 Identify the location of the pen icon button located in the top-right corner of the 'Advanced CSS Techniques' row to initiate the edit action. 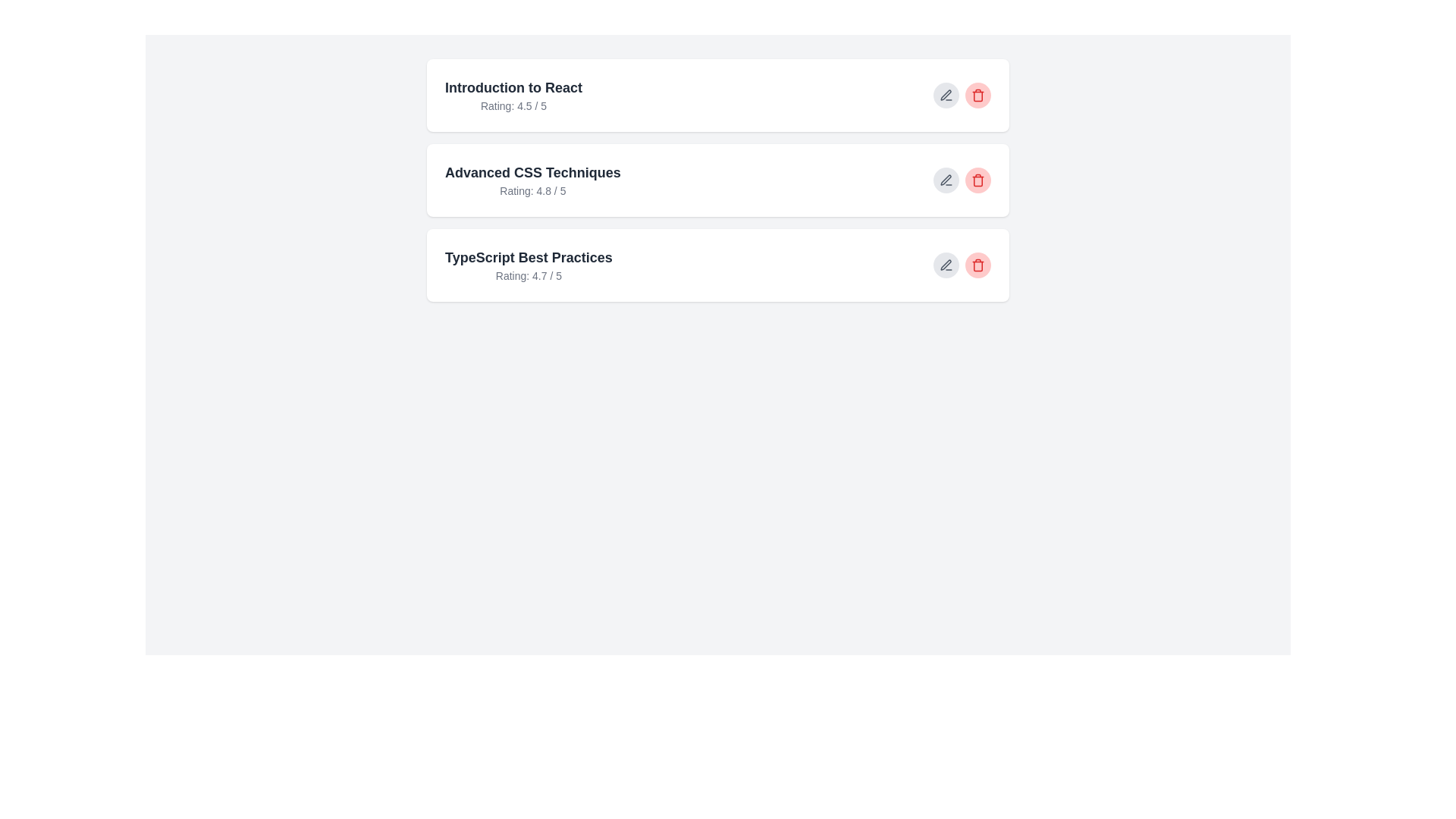
(946, 180).